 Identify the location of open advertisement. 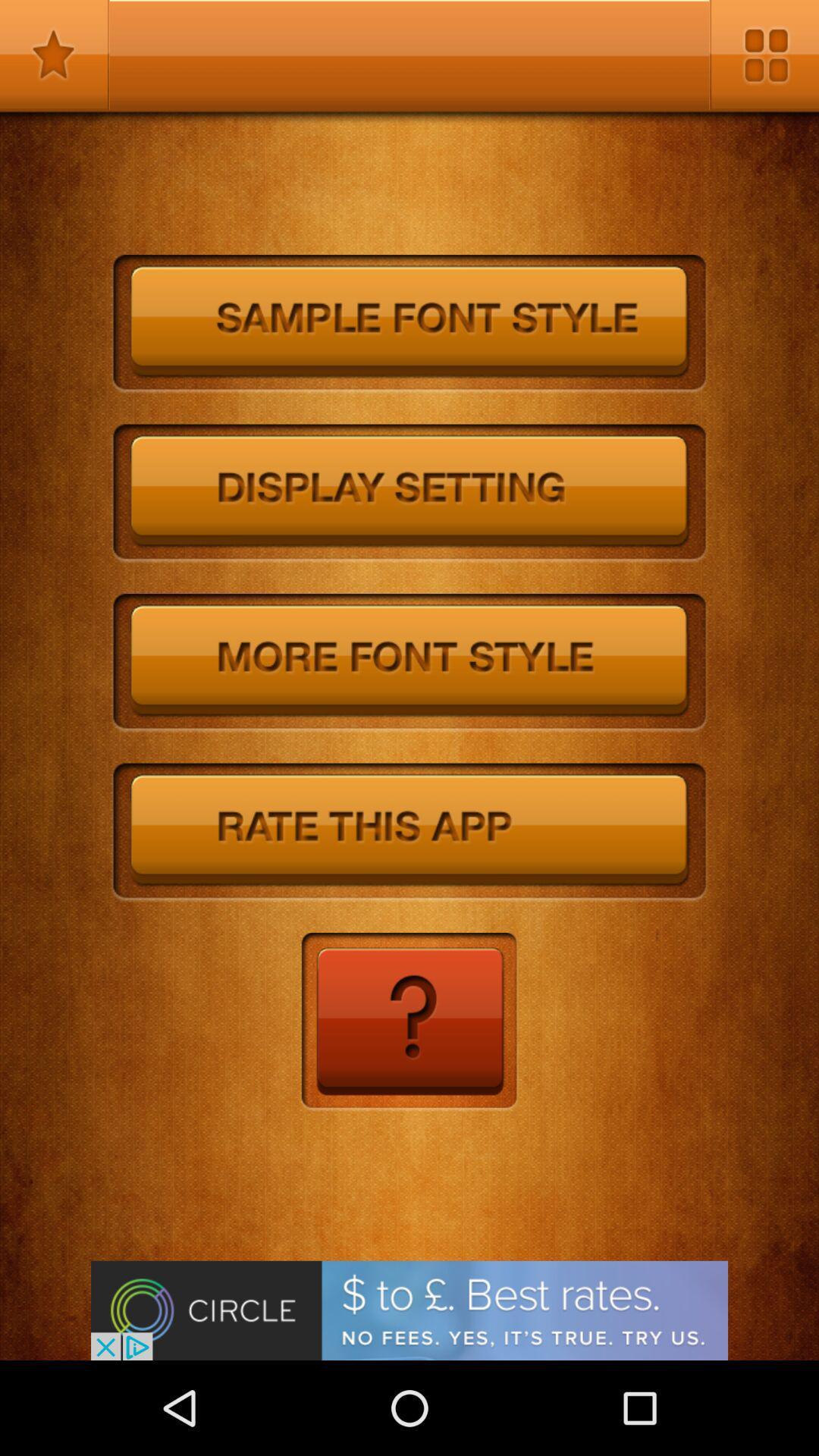
(409, 1310).